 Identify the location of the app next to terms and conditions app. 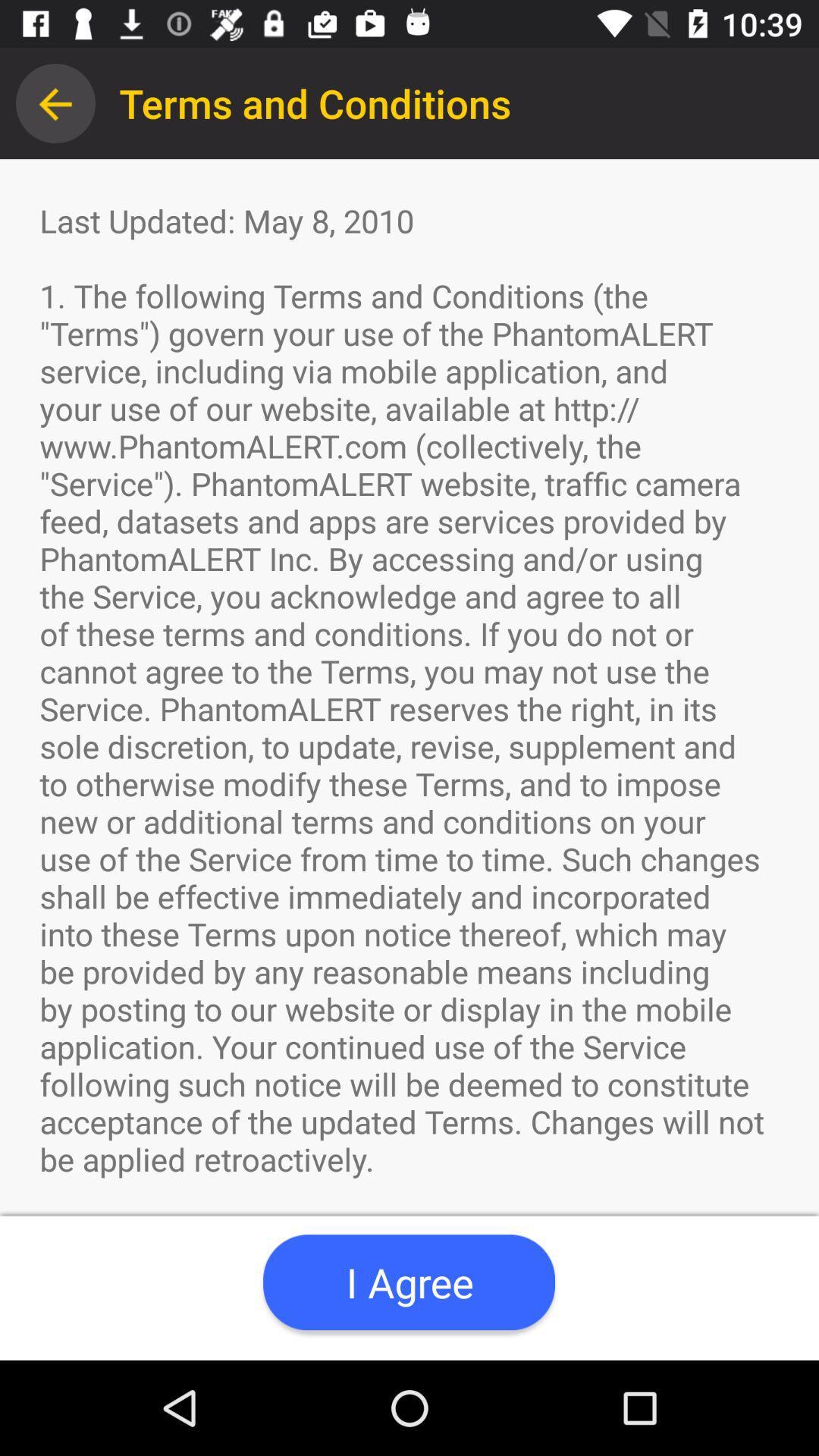
(55, 102).